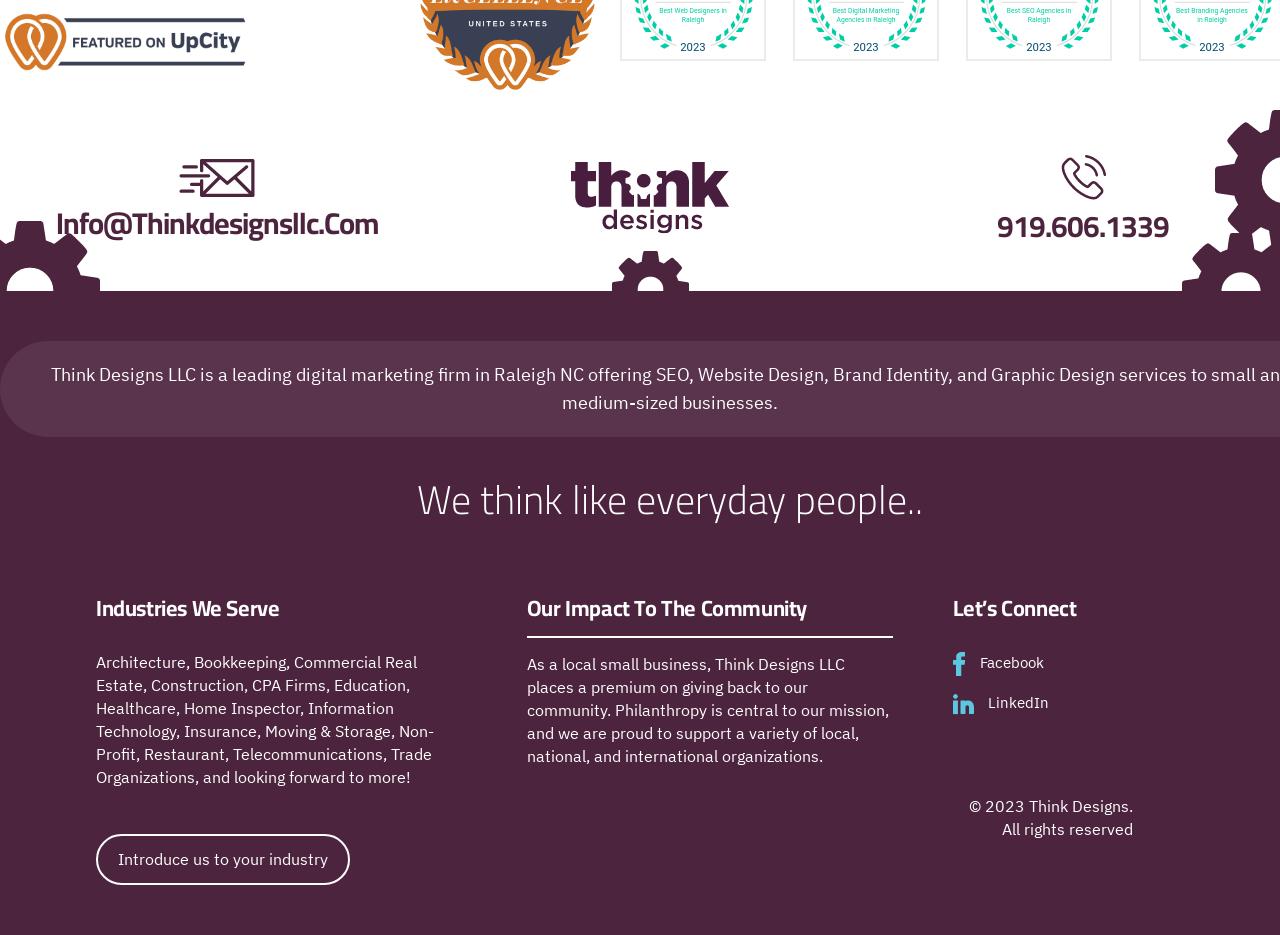 Image resolution: width=1280 pixels, height=935 pixels. Describe the element at coordinates (1082, 225) in the screenshot. I see `'919.606.1339'` at that location.